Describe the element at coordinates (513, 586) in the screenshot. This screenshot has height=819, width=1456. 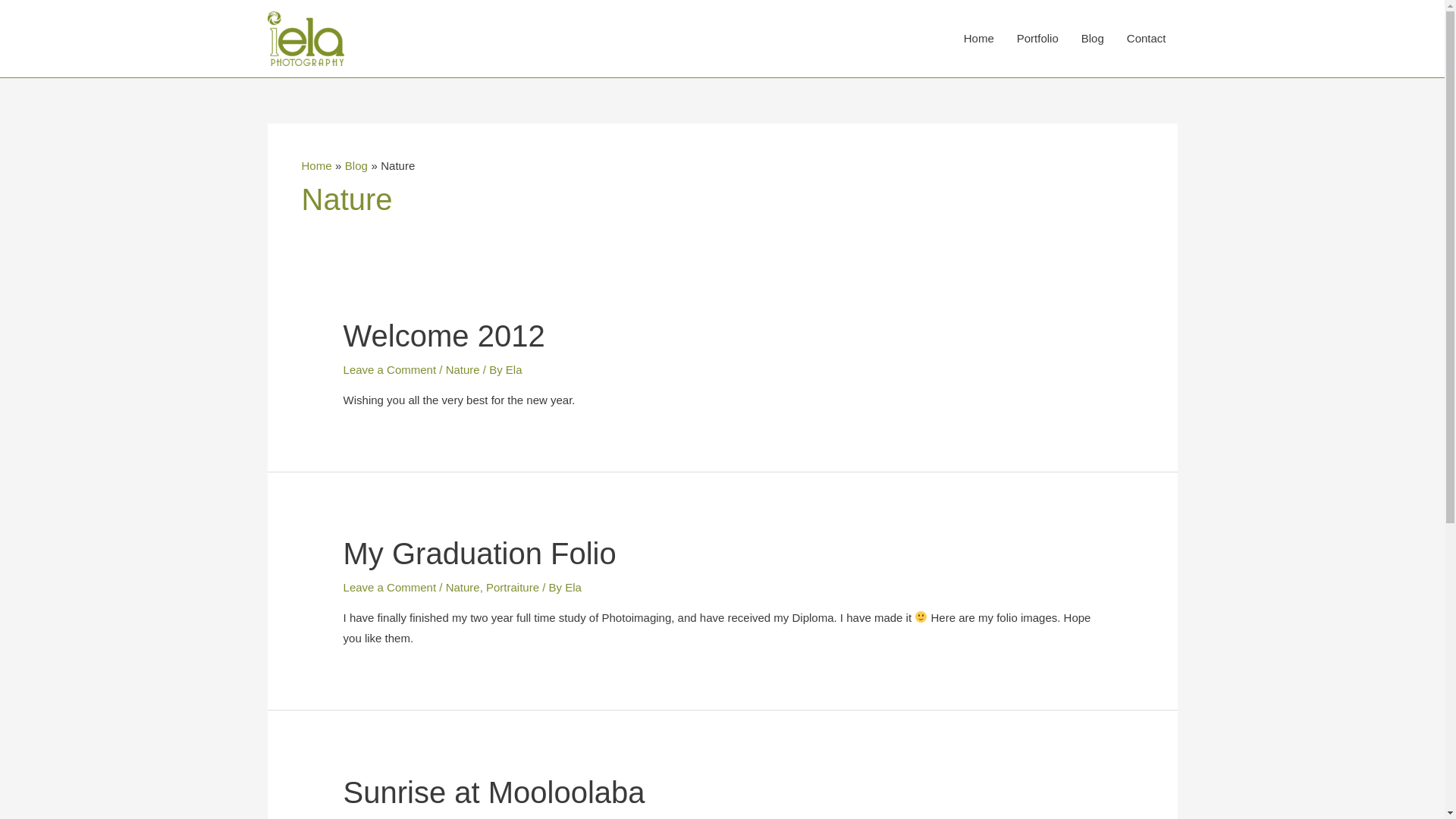
I see `'Portraiture'` at that location.